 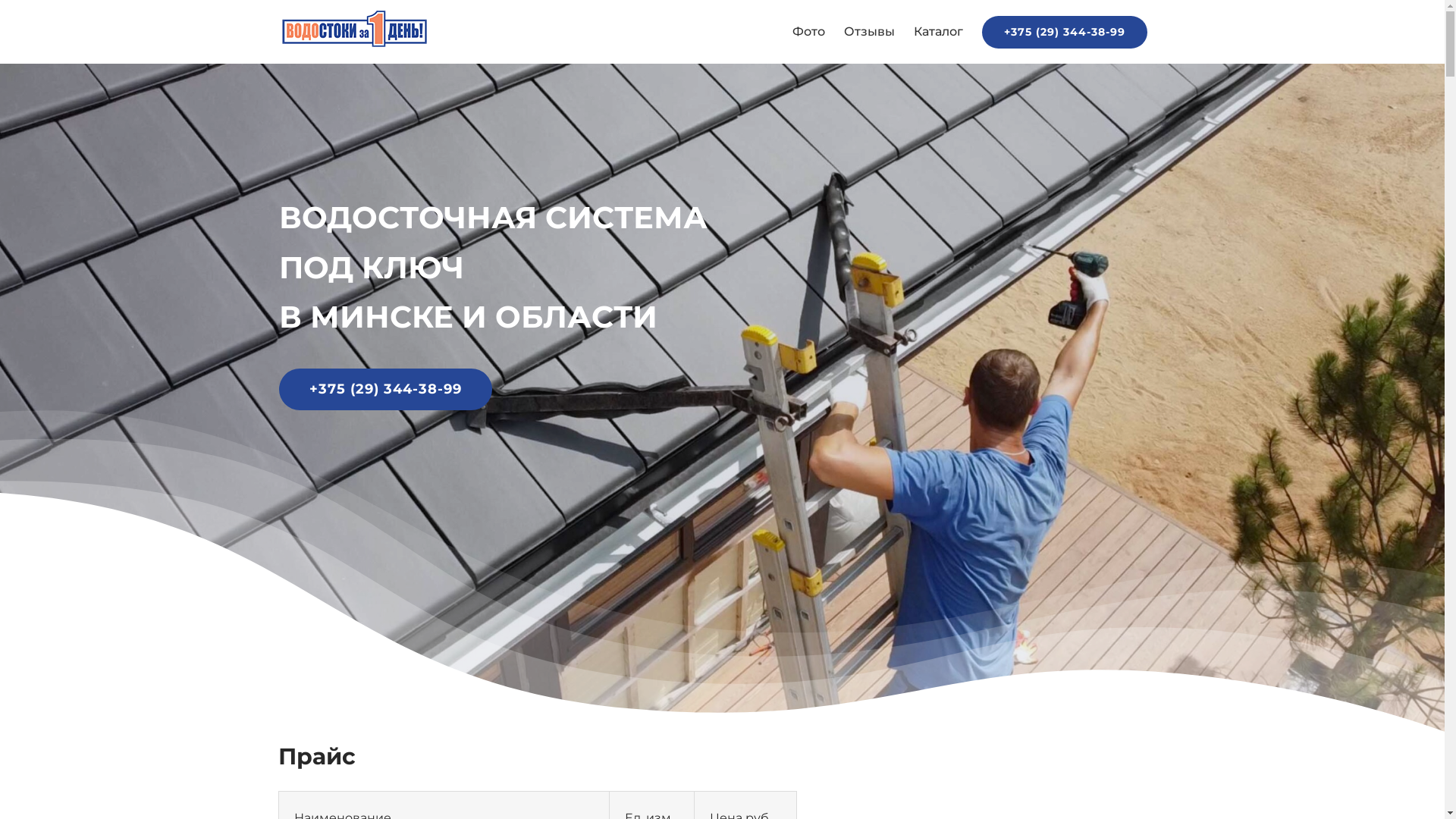 I want to click on '+375 (29) 344-38-99', so click(x=279, y=388).